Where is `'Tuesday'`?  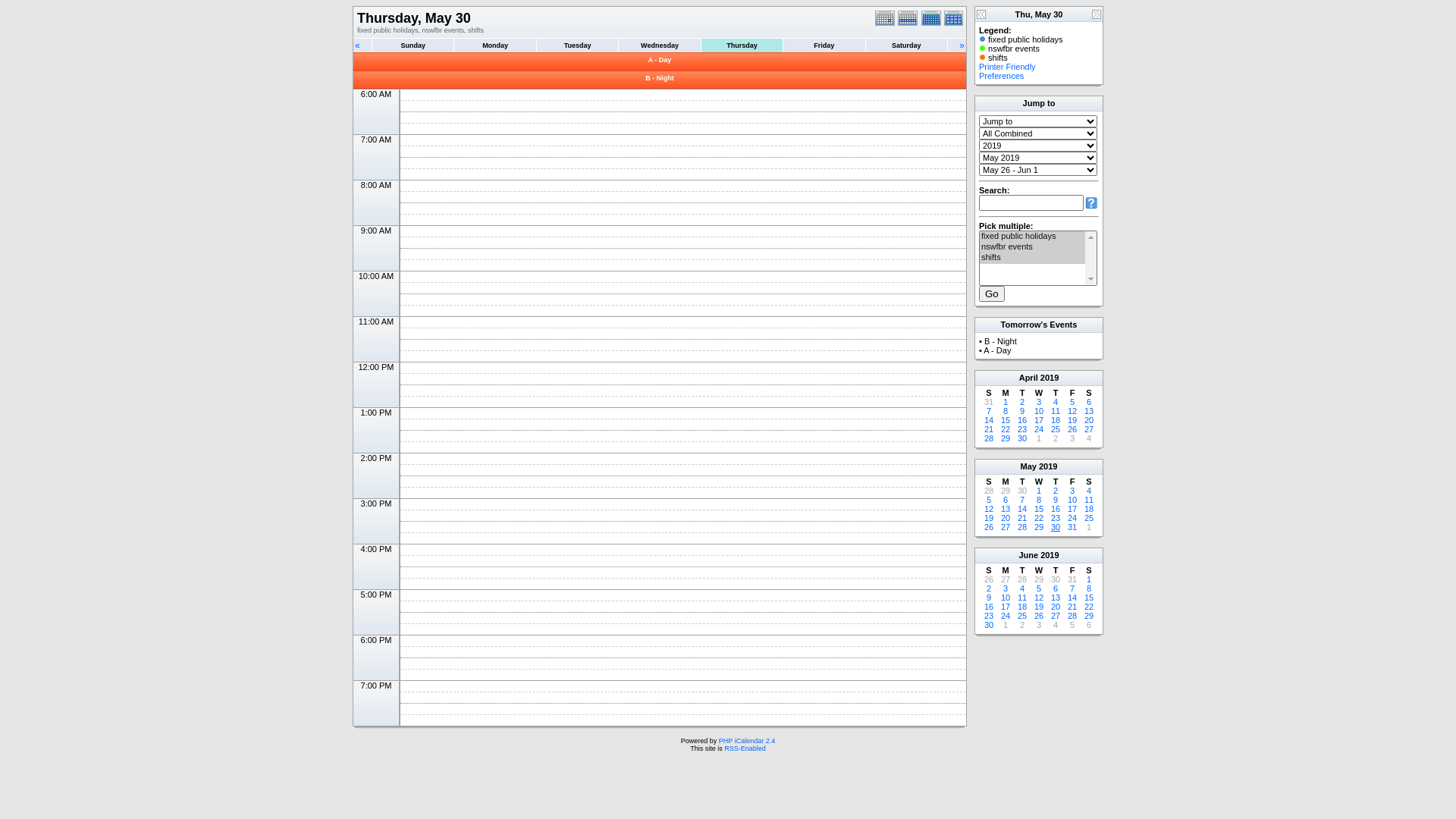 'Tuesday' is located at coordinates (577, 45).